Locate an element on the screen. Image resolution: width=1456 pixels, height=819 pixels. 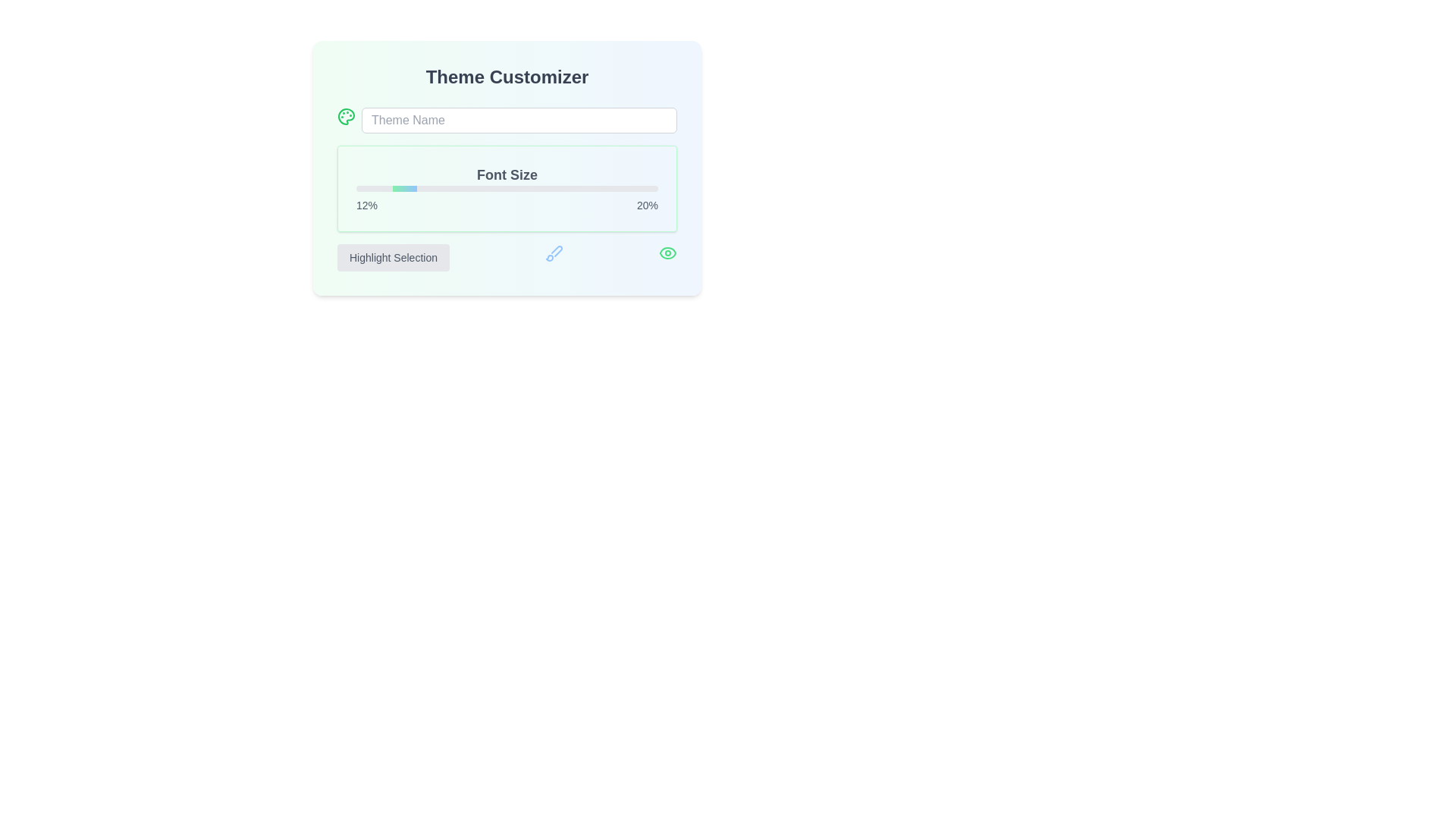
the slider is located at coordinates (507, 188).